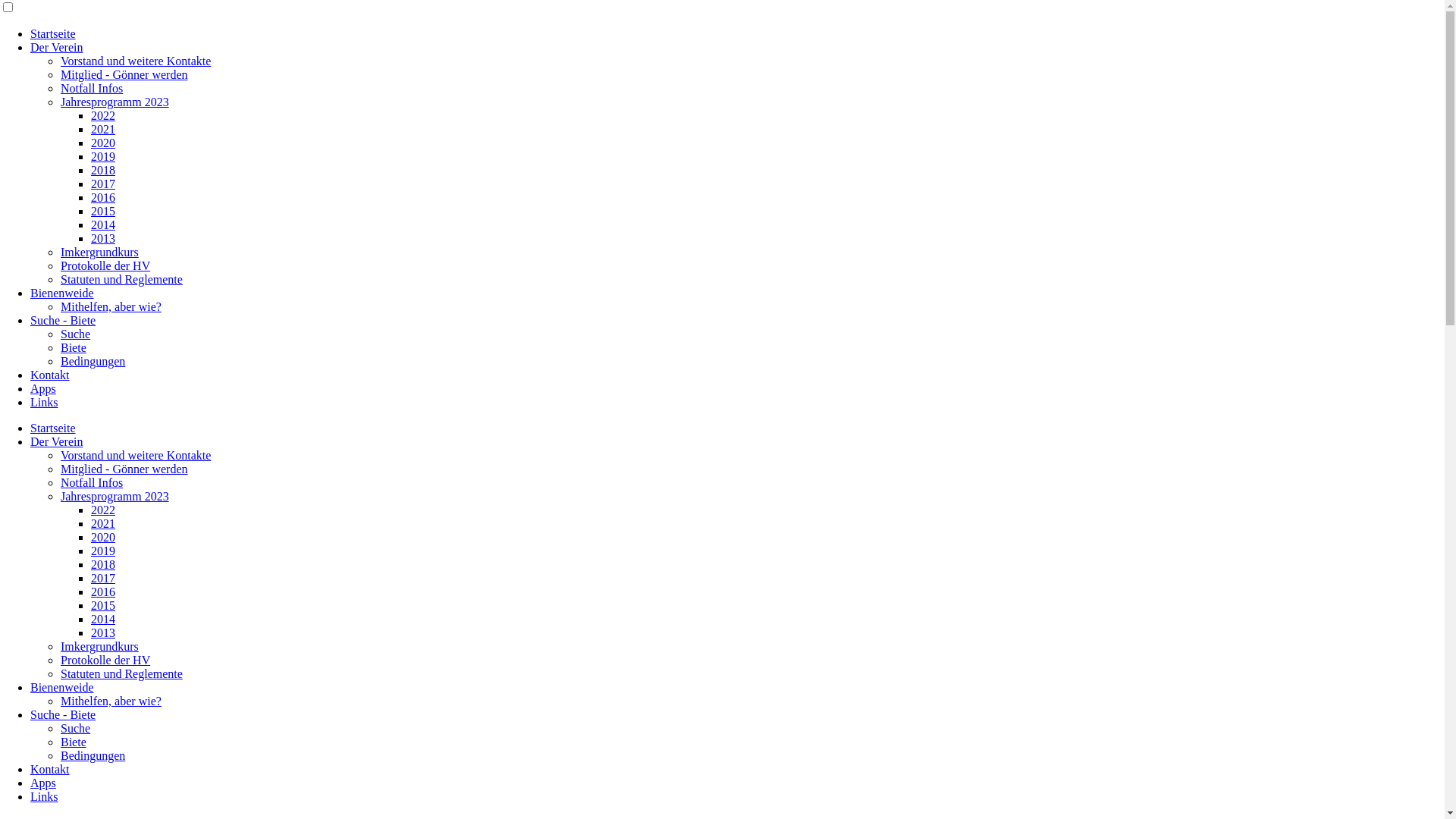  I want to click on '2019', so click(102, 156).